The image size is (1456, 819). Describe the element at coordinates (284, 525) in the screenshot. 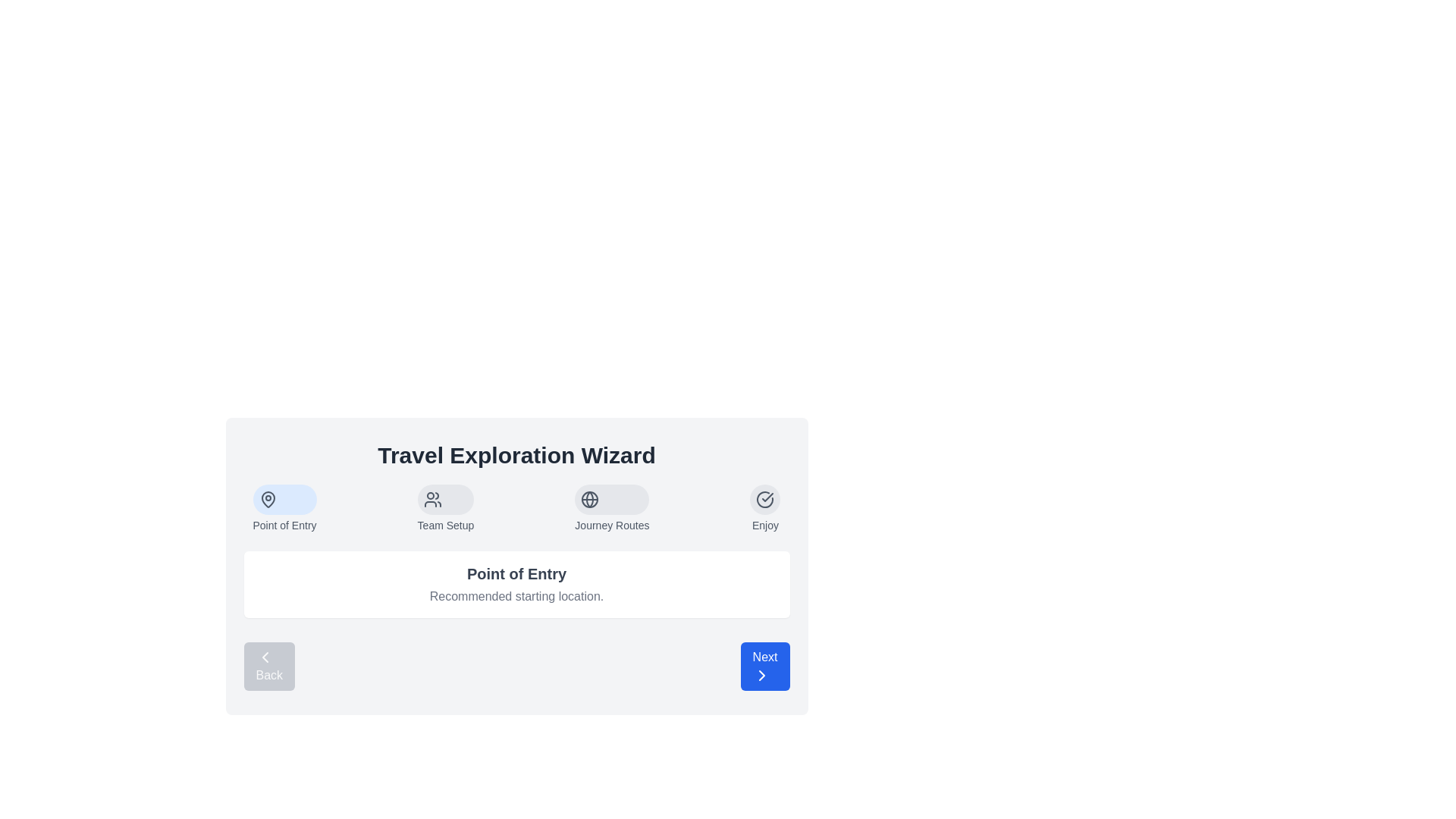

I see `'Point of Entry' text label which is centrally aligned below a location pin icon in a horizontal list of items` at that location.